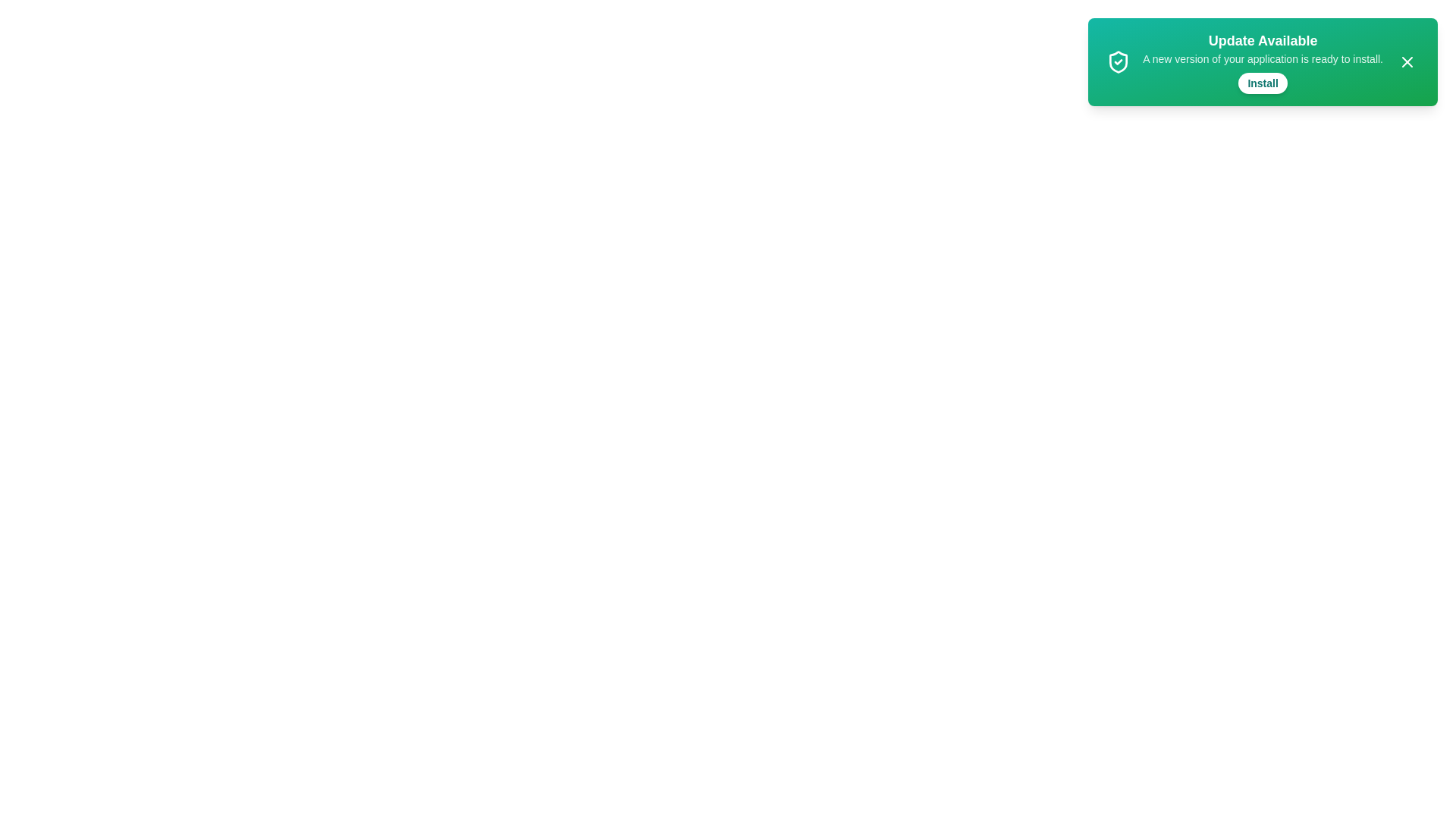 This screenshot has width=1456, height=819. Describe the element at coordinates (1407, 61) in the screenshot. I see `the close button (X) to dismiss the notification` at that location.